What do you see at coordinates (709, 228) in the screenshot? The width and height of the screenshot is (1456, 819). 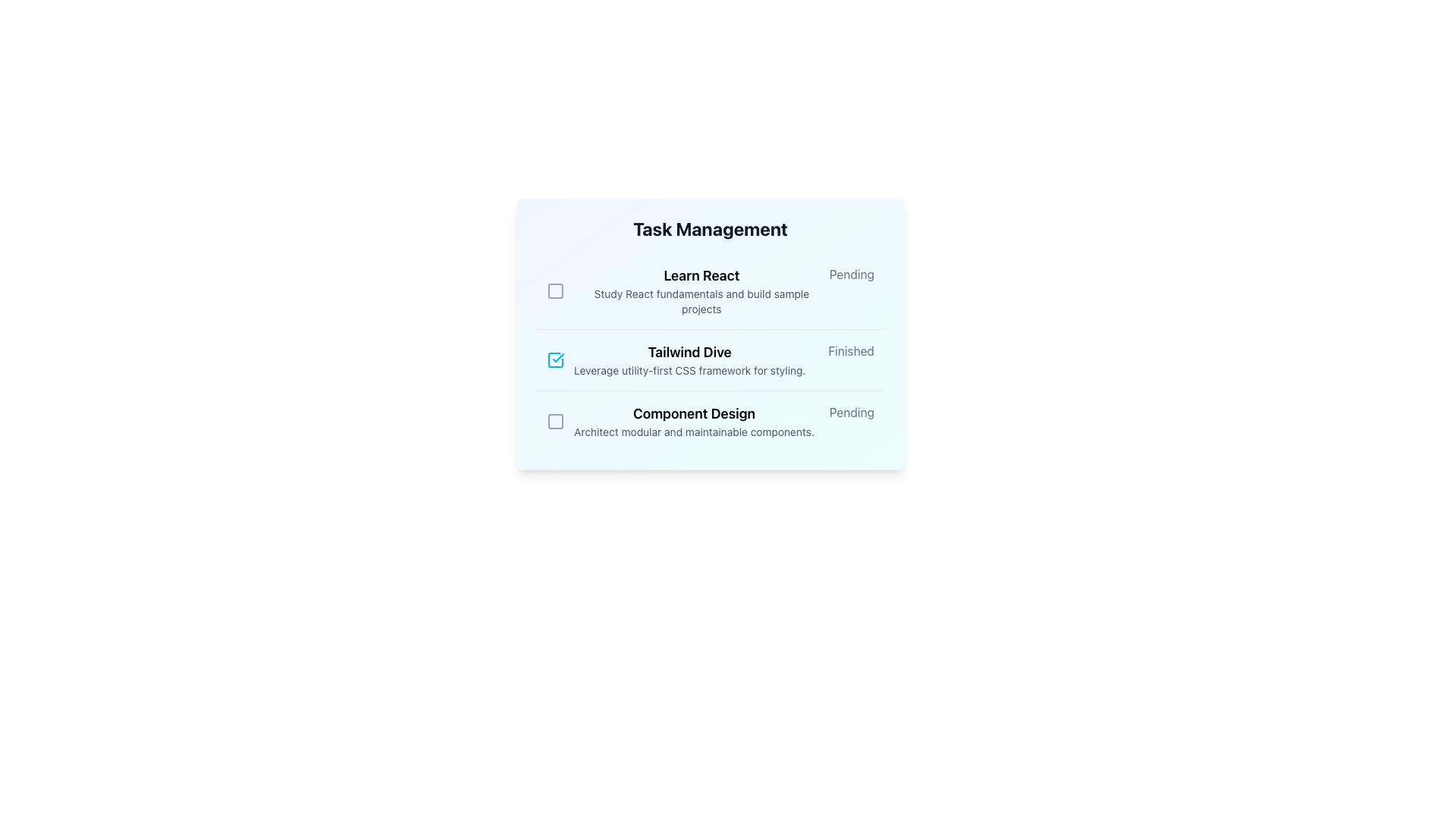 I see `the 'Task Management' text label, which is displayed in bold and extra-large dark gray font at the top of the card interface` at bounding box center [709, 228].